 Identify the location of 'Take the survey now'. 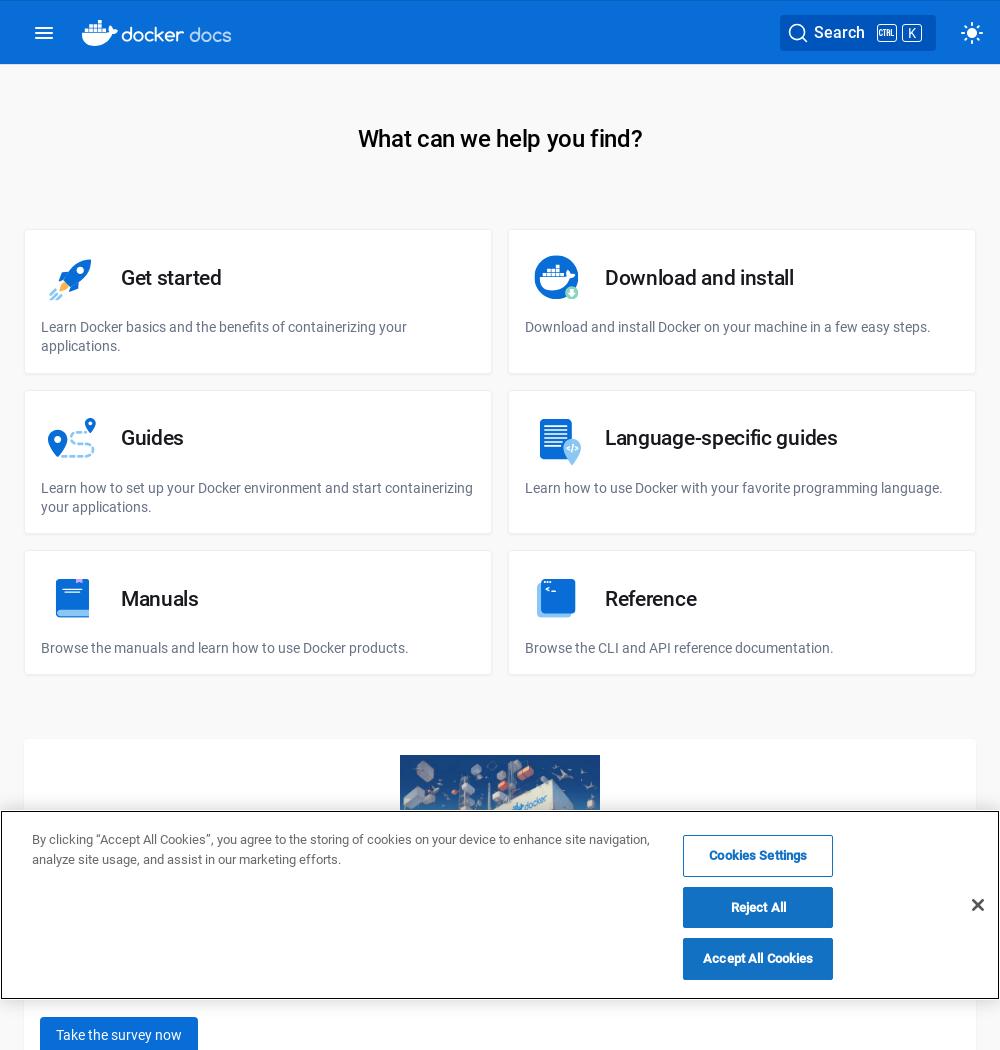
(118, 1033).